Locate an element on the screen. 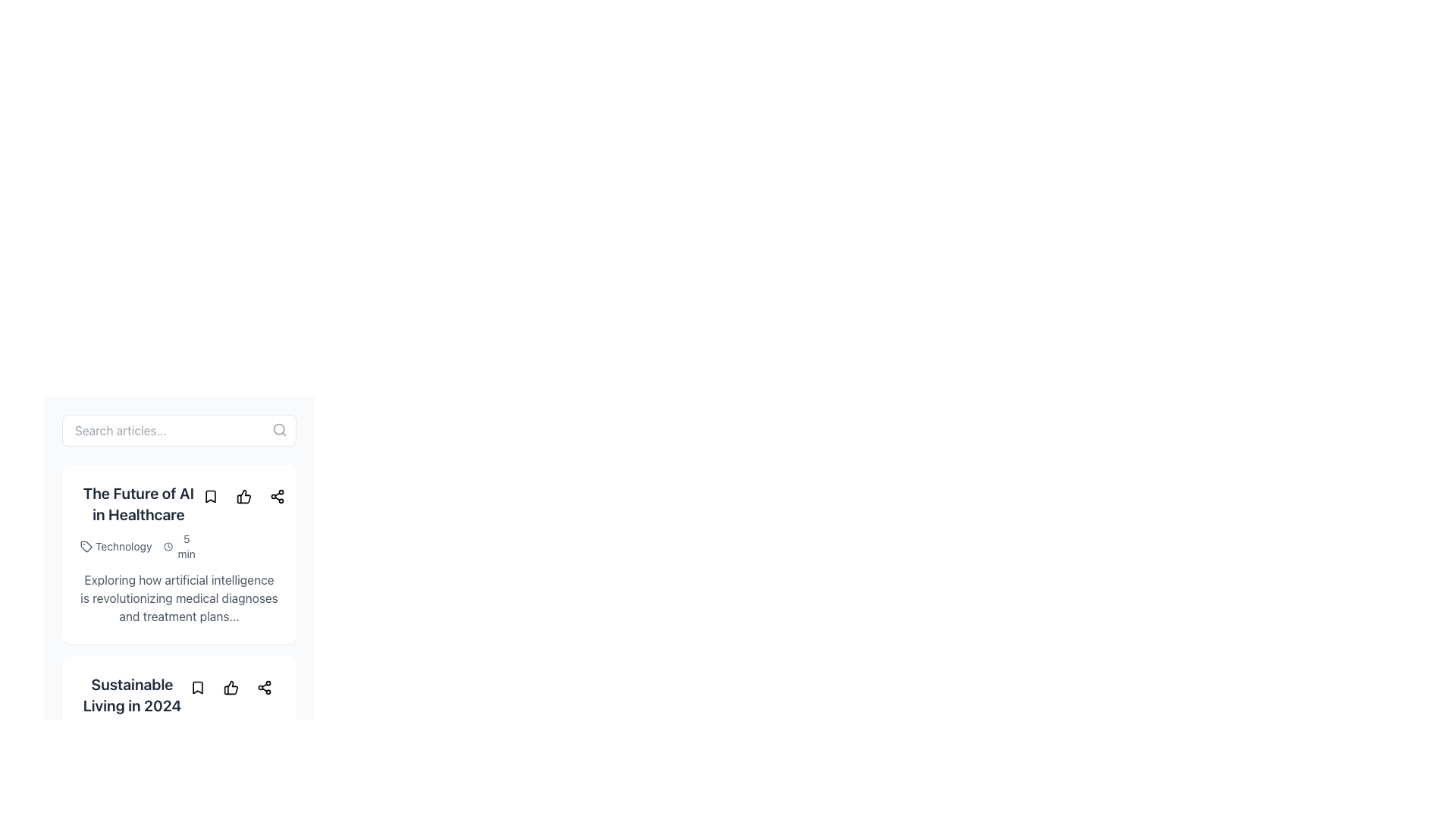 The height and width of the screenshot is (819, 1456). the 'like' or 'thumbs-up' icon located at the bottom-right of the content card is located at coordinates (243, 497).